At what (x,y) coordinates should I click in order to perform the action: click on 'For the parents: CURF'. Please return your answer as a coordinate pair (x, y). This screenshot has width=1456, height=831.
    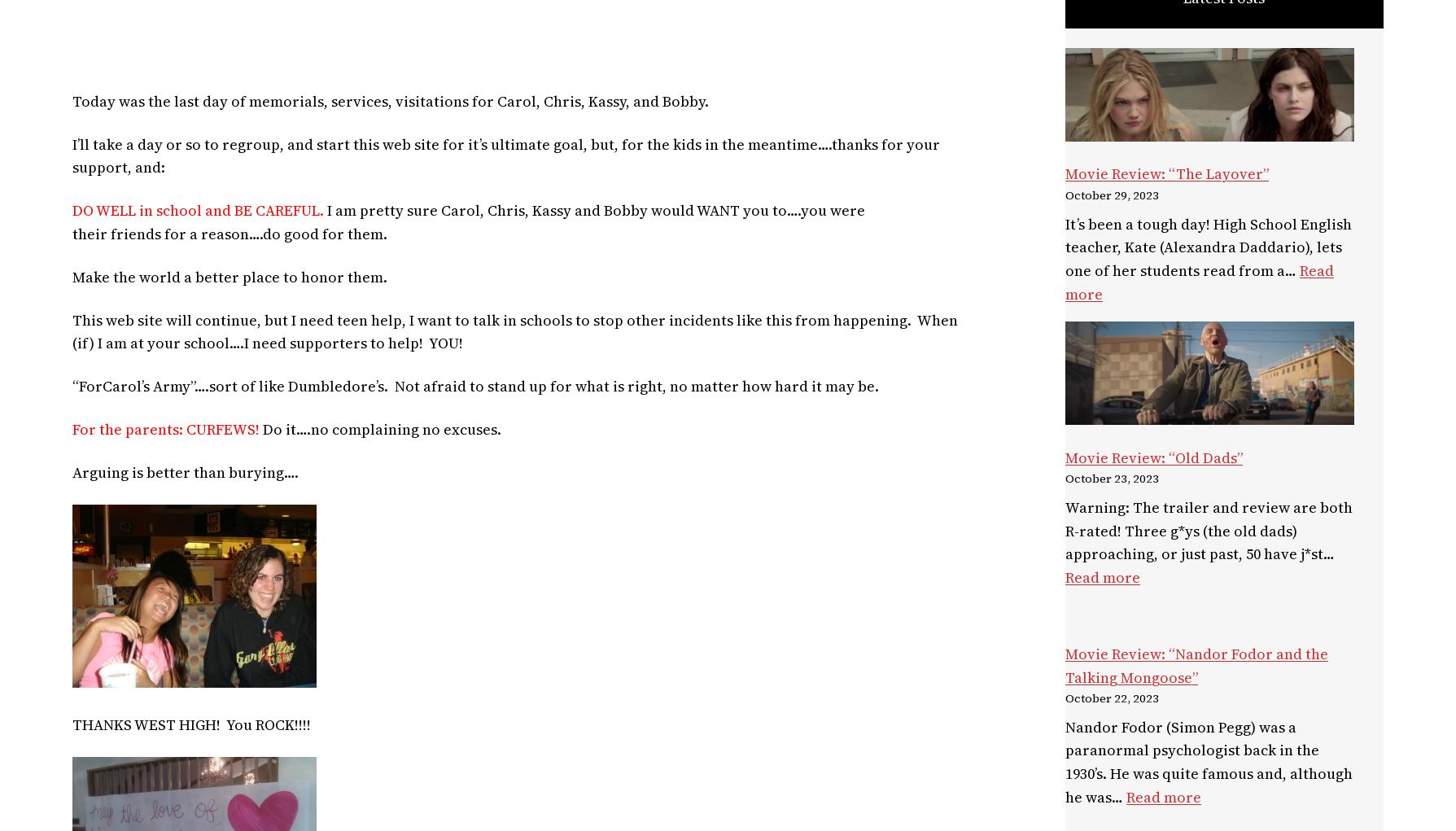
    Looking at the image, I should click on (147, 429).